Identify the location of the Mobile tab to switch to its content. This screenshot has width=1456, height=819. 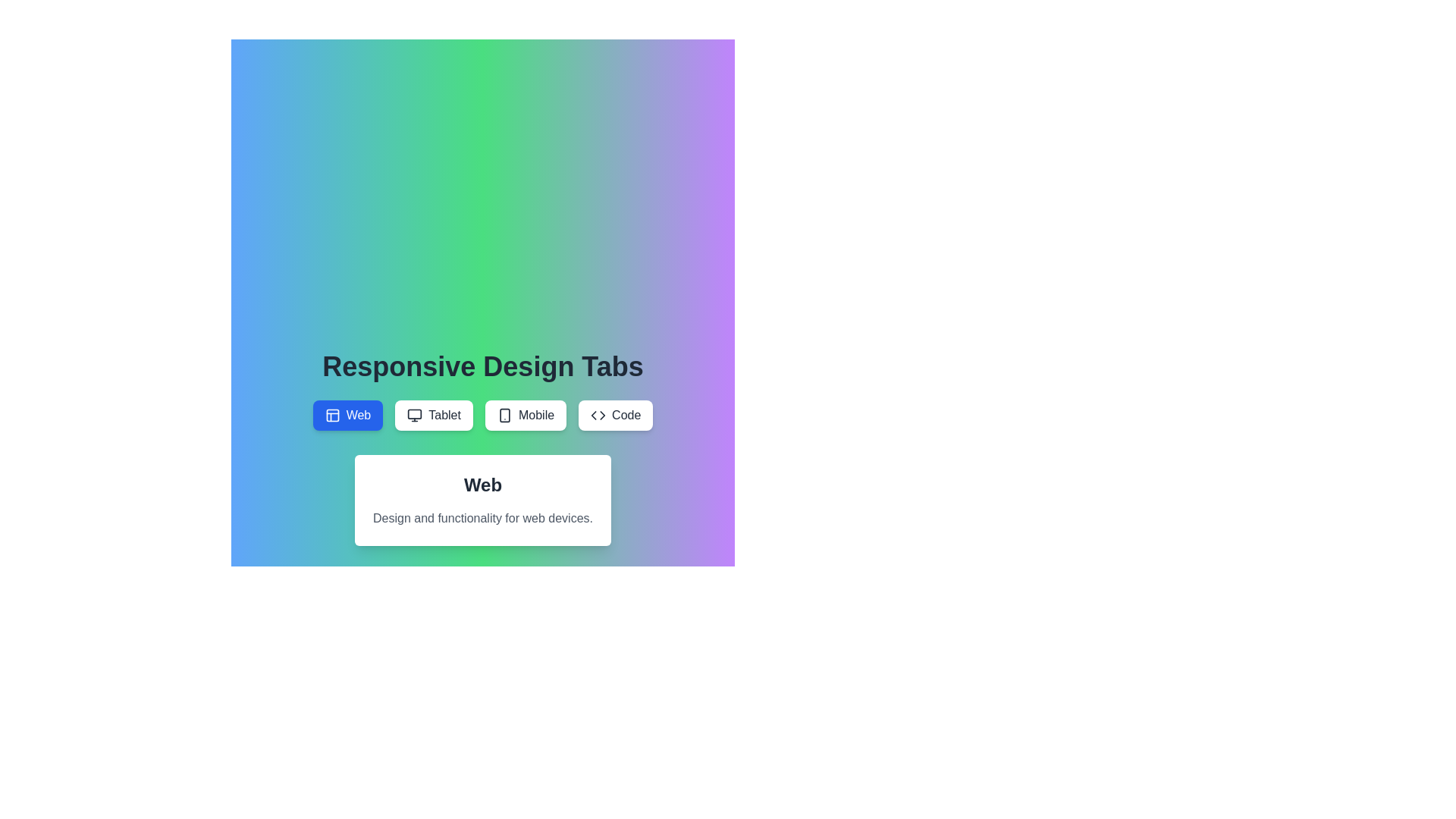
(526, 415).